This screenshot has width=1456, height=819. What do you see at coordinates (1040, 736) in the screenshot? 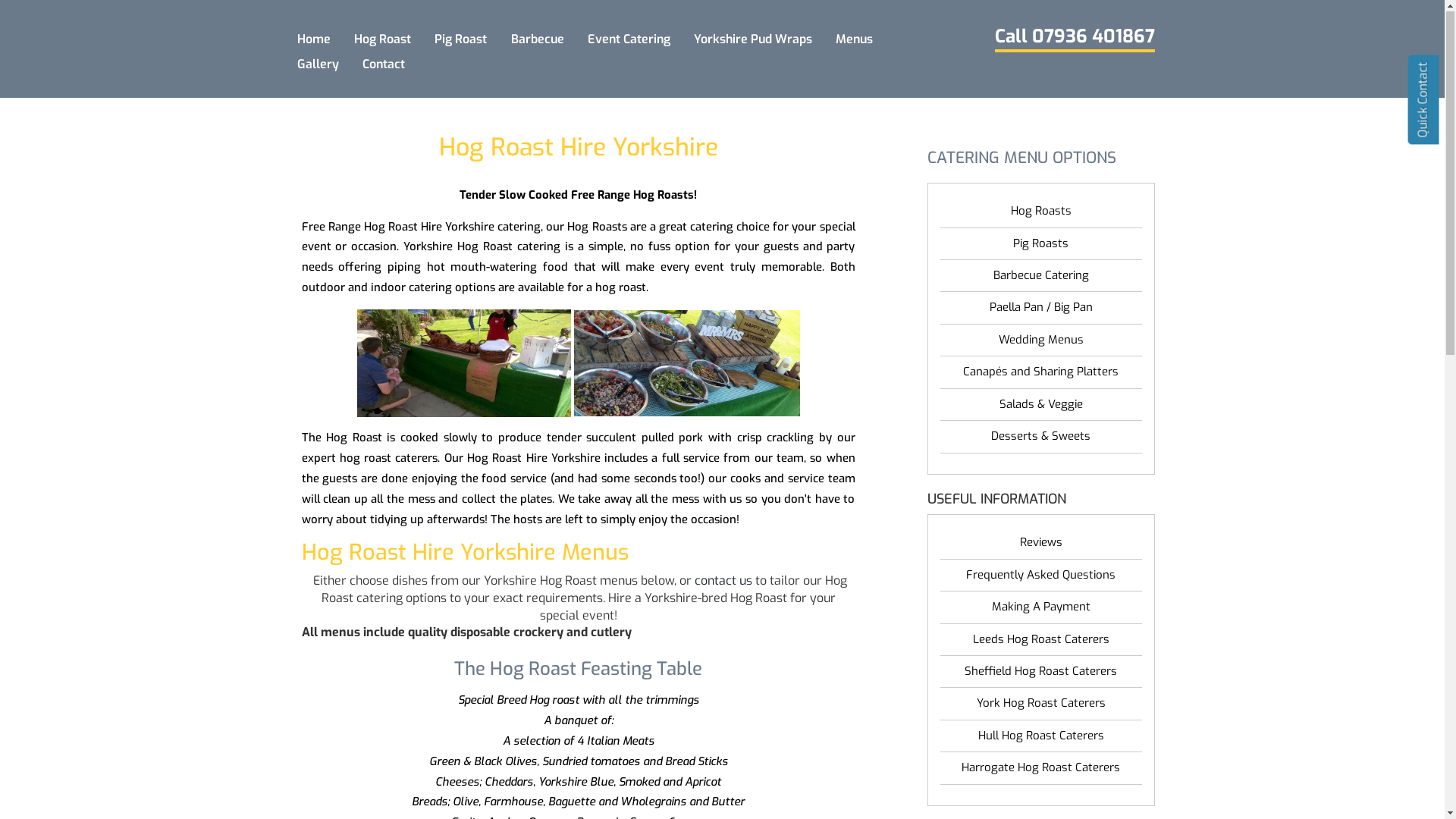
I see `'Hull Hog Roast Caterers'` at bounding box center [1040, 736].